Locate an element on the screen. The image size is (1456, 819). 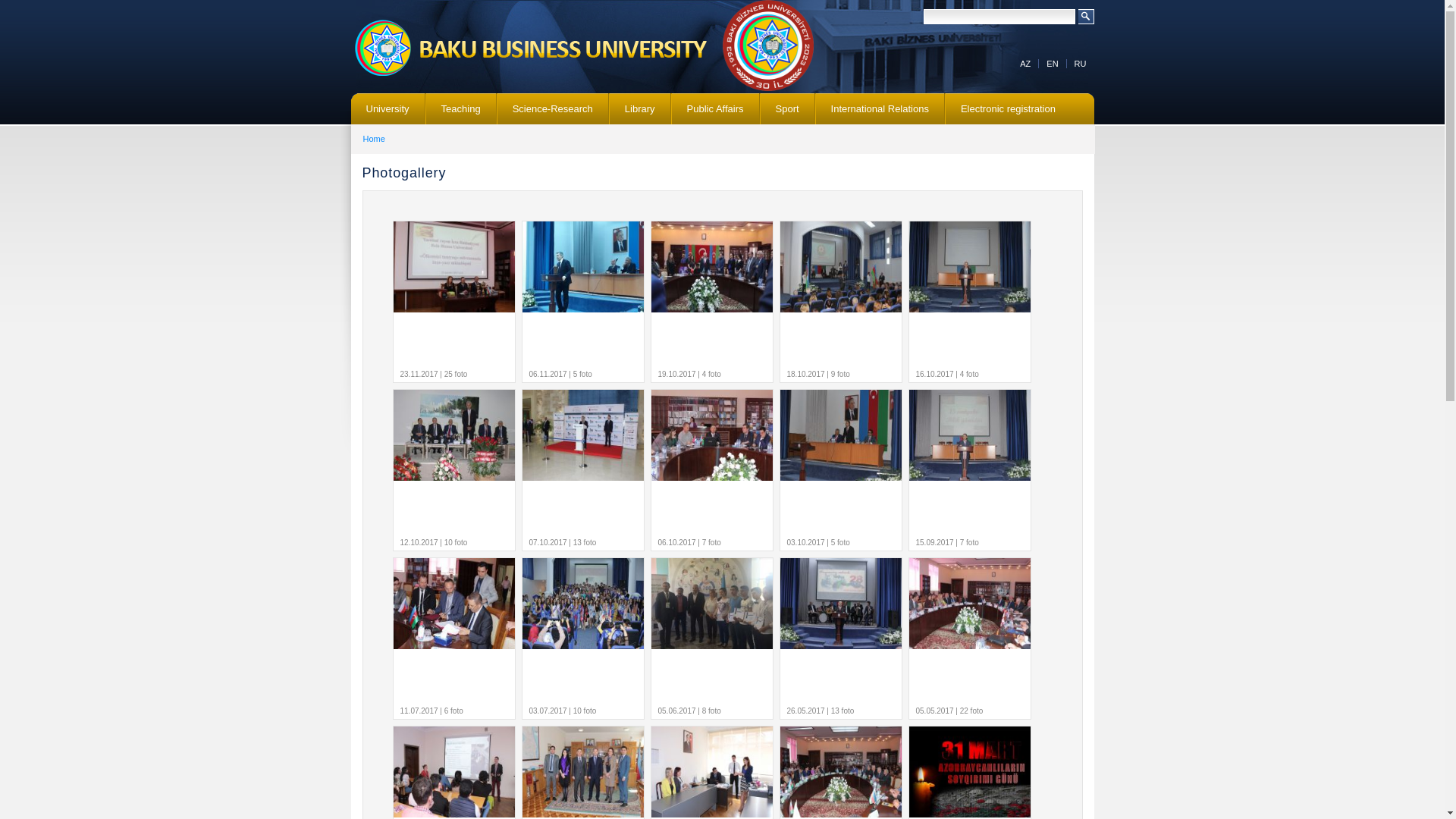
'EN' is located at coordinates (1051, 63).